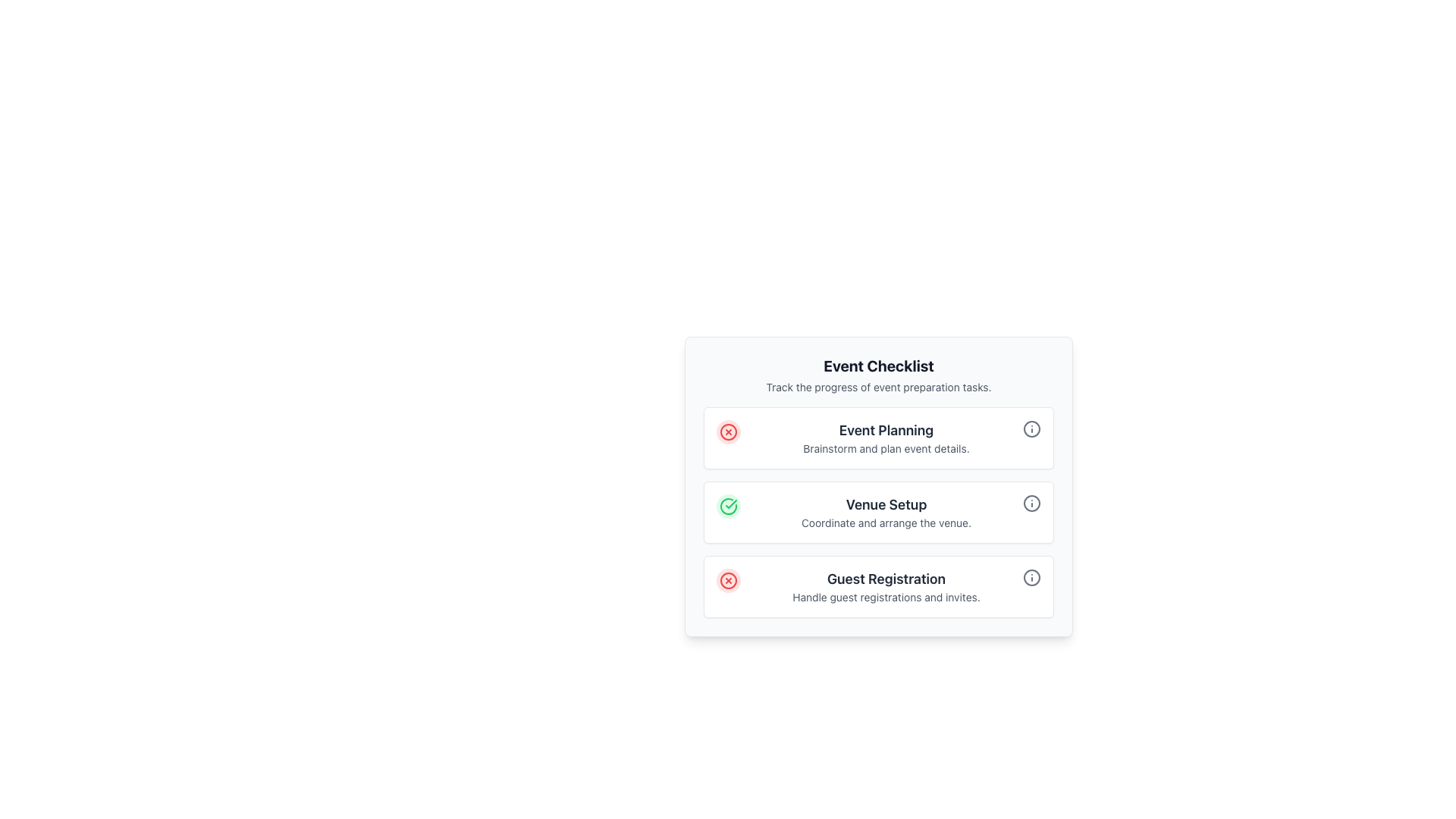 Image resolution: width=1456 pixels, height=819 pixels. I want to click on the text label that reads 'Handle guest registrations and invites.' located beneath the 'Guest Registration' heading within the 'Event Checklist.', so click(886, 596).